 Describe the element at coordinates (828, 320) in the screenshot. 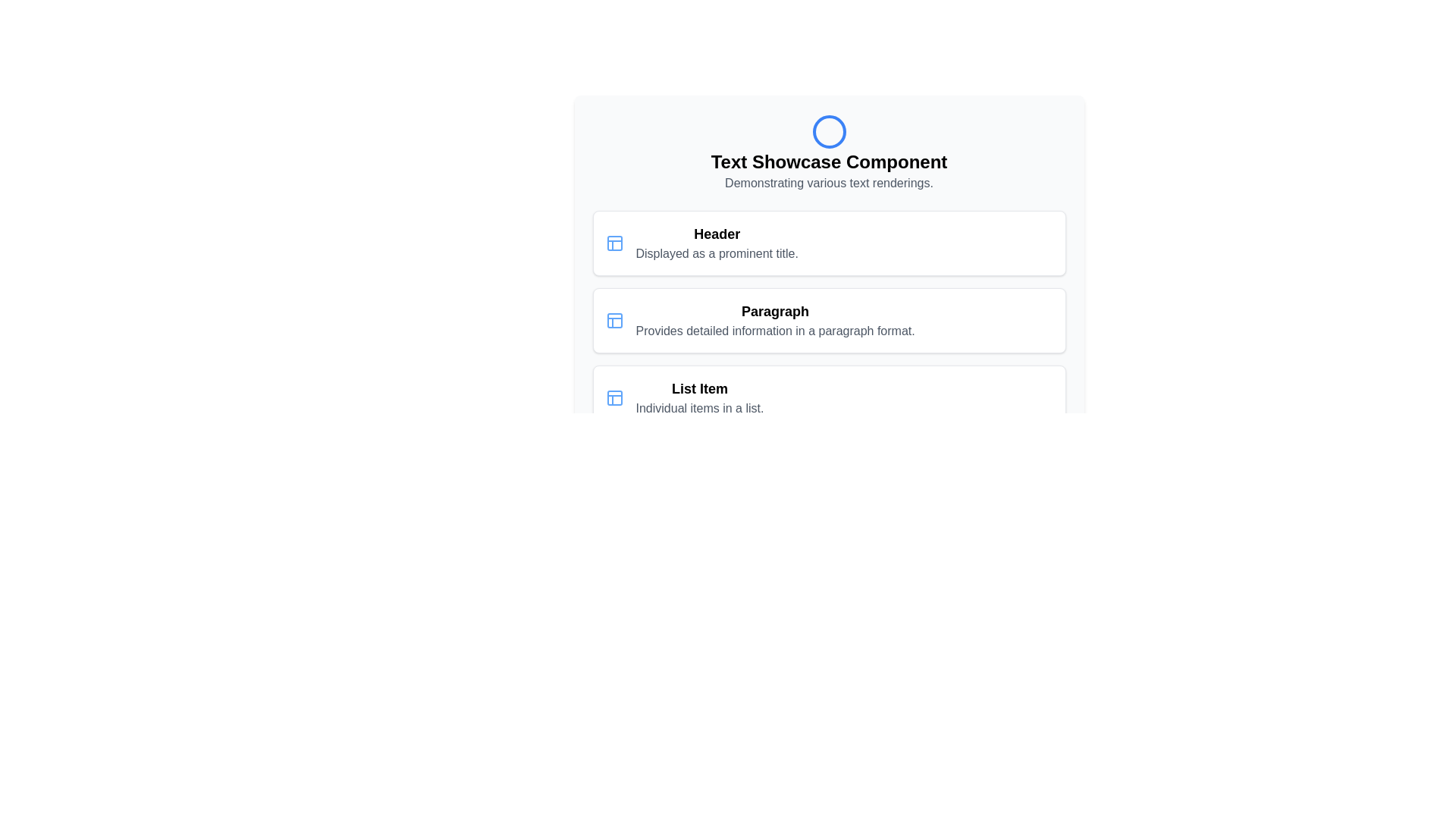

I see `text from the Informational card located in the 'Text Showcase Component', which is the second item in a vertical list, positioned below the 'Header' item` at that location.